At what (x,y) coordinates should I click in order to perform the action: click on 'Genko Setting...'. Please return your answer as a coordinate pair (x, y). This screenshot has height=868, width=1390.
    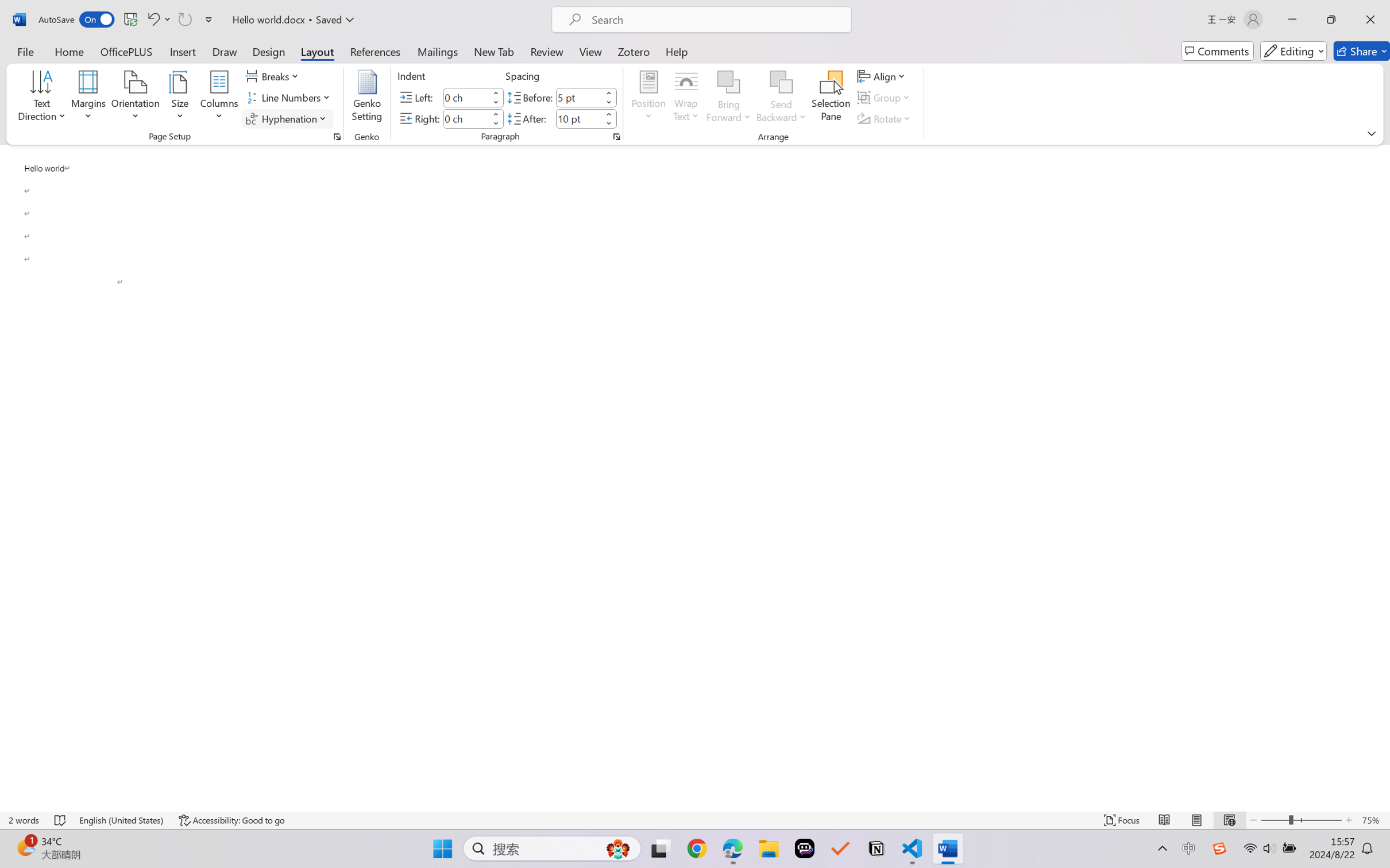
    Looking at the image, I should click on (368, 98).